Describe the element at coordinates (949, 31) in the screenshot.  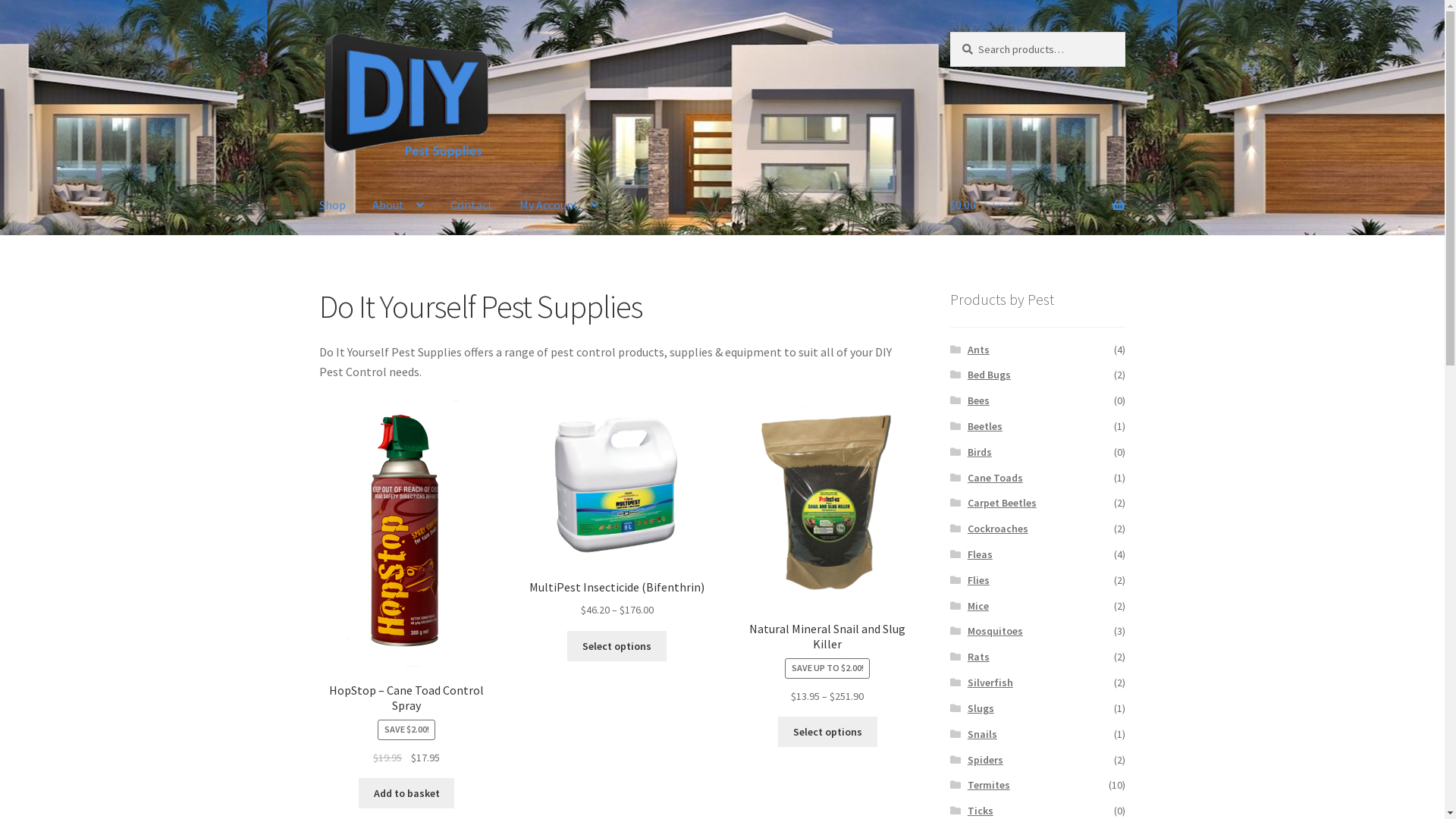
I see `'Search'` at that location.